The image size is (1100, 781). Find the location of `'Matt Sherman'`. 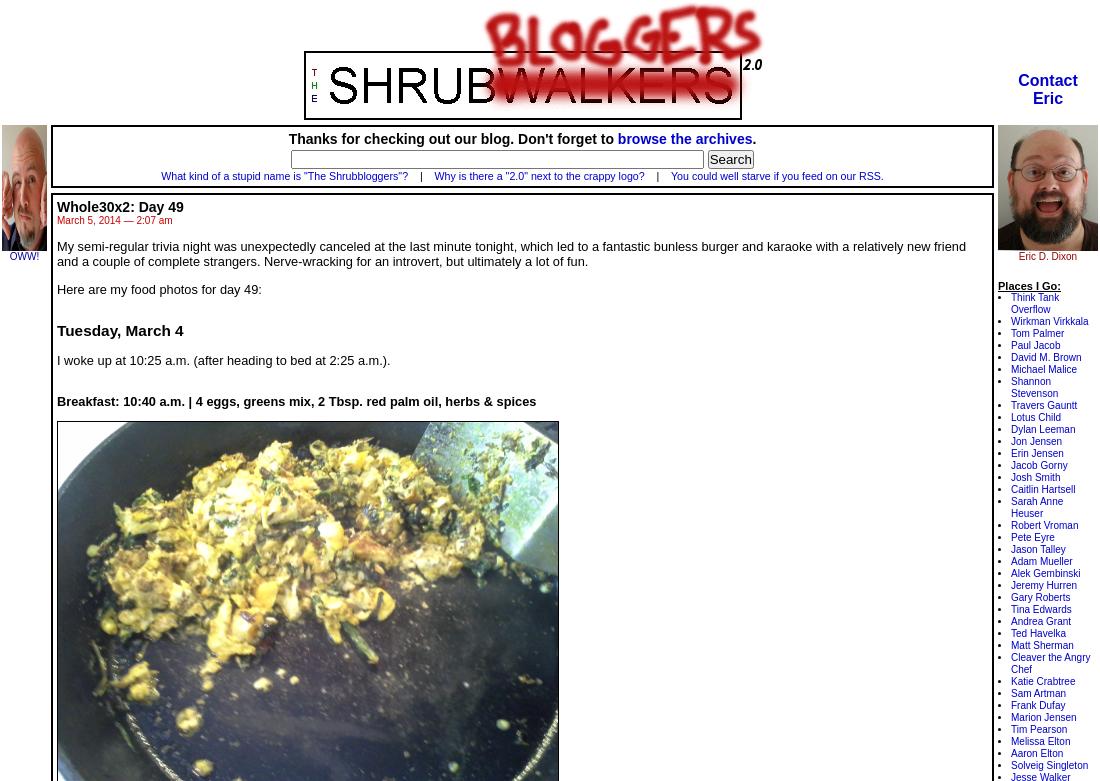

'Matt Sherman' is located at coordinates (1042, 645).